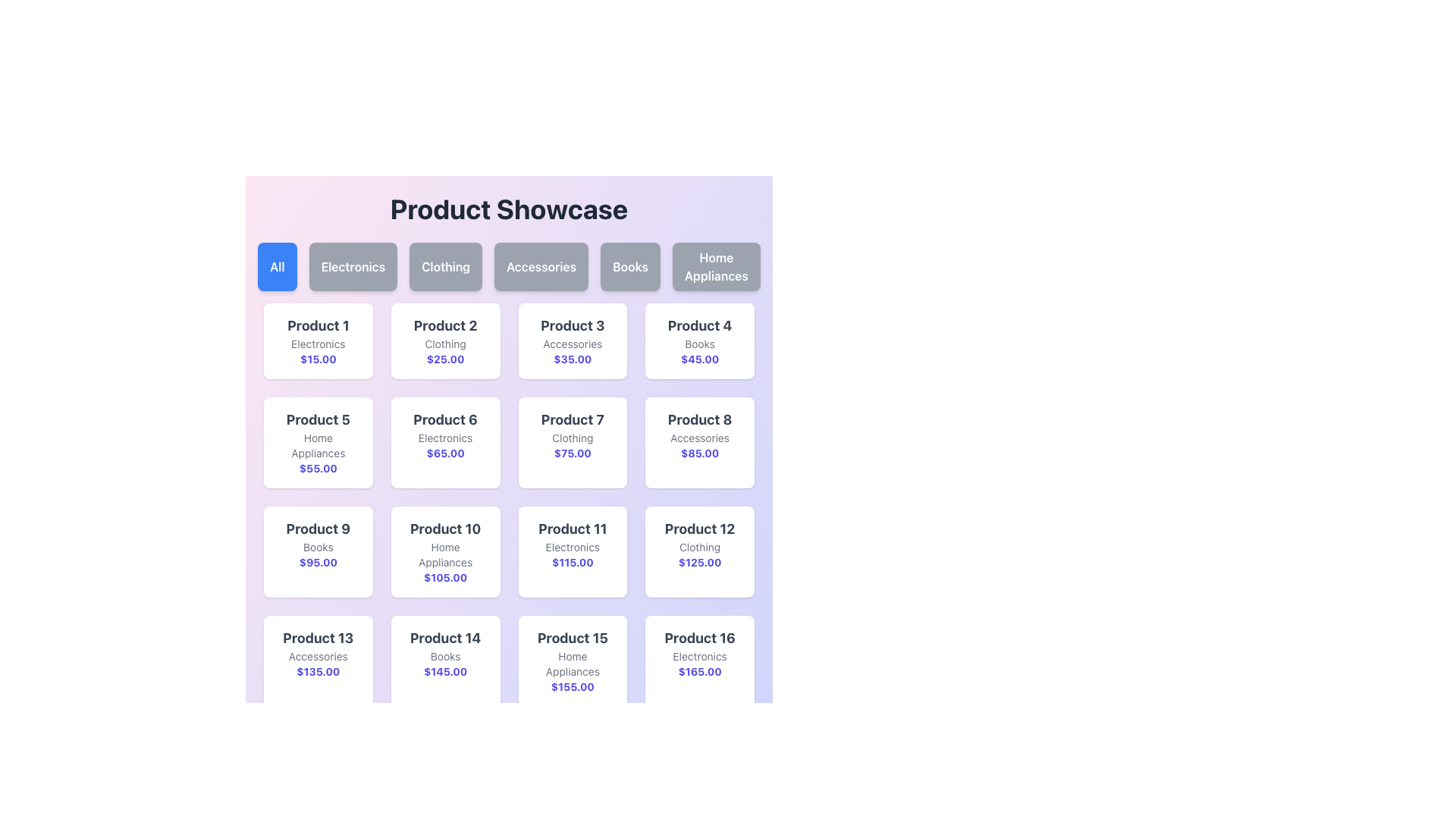 The width and height of the screenshot is (1456, 819). What do you see at coordinates (699, 442) in the screenshot?
I see `text displayed on the product card, which is the eighth element in the grid layout located in the second row and fourth column` at bounding box center [699, 442].